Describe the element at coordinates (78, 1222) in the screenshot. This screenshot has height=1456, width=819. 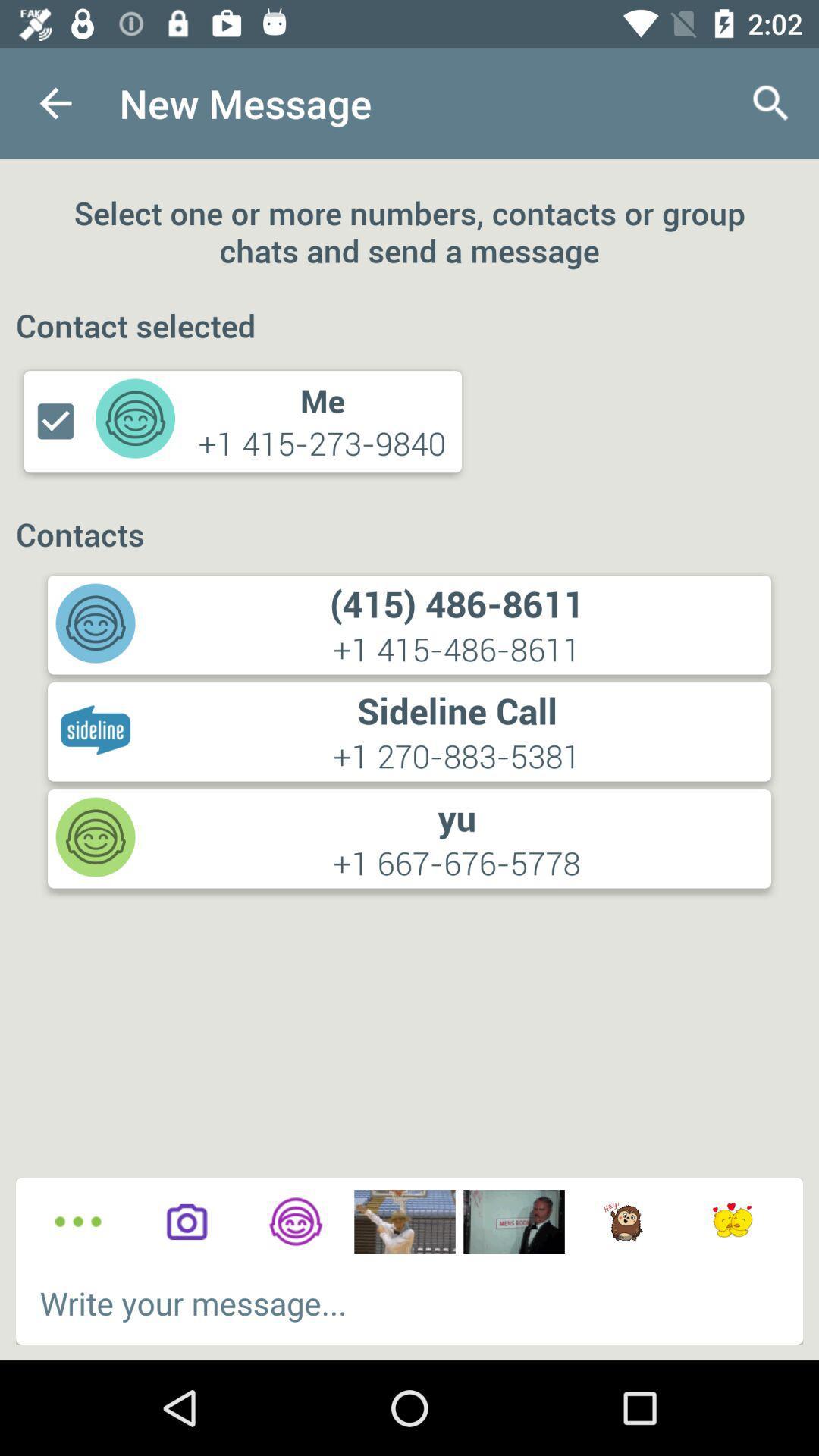
I see `more options` at that location.